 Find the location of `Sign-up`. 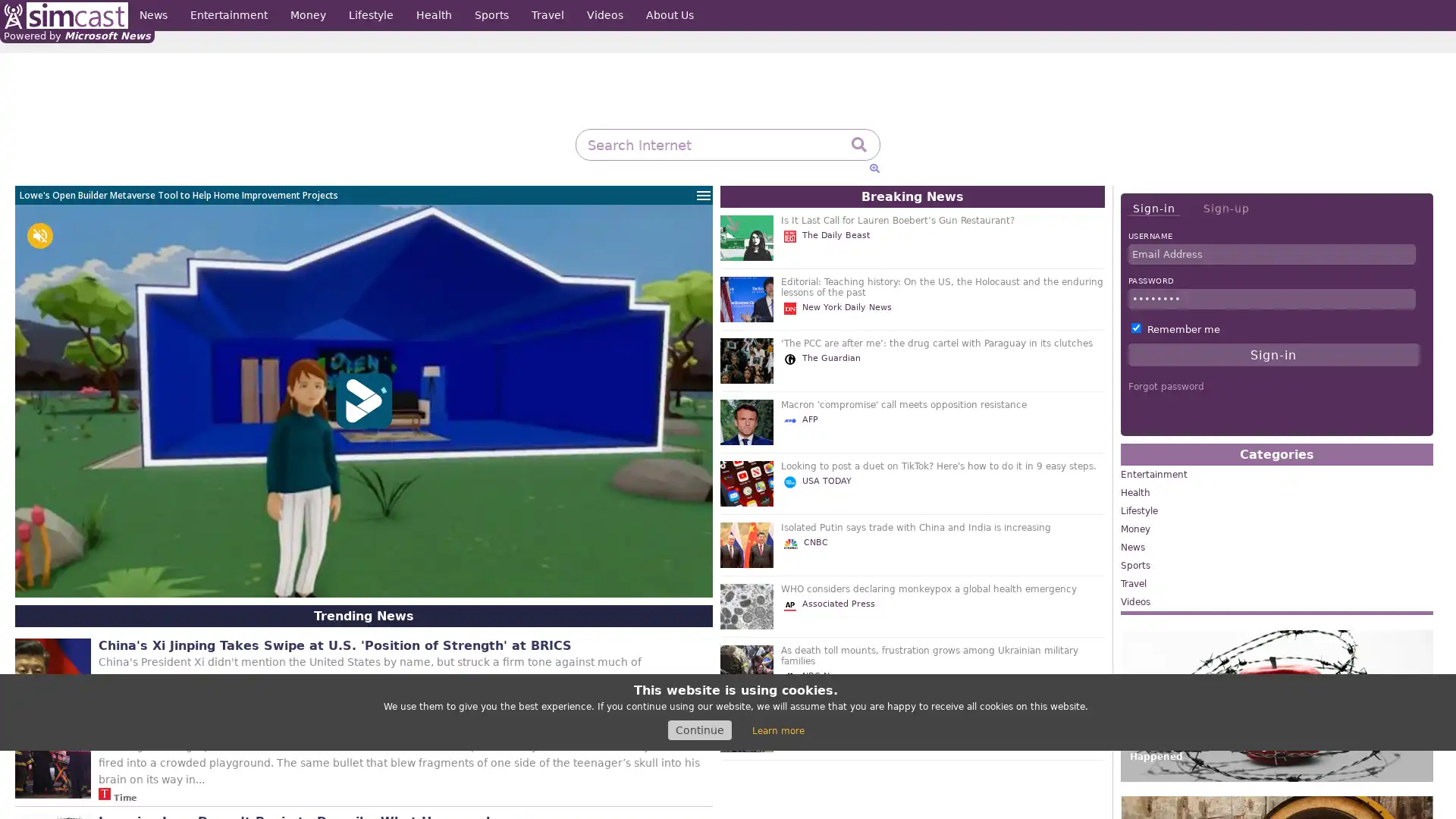

Sign-up is located at coordinates (1225, 208).